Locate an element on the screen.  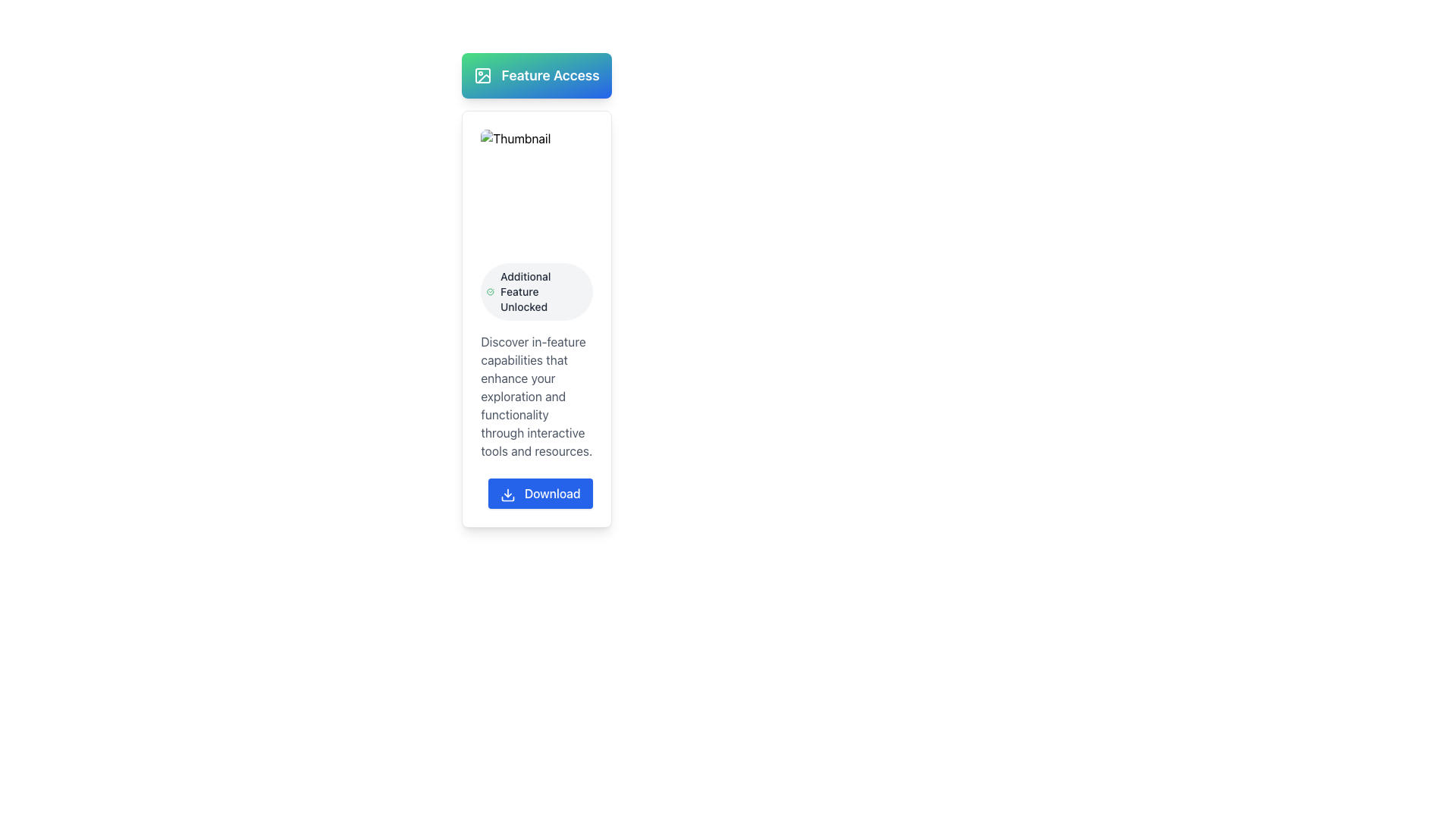
the lower arc component of the download icon, which is part of a graphical representation within a blue button near the bottom of the card interface is located at coordinates (507, 498).